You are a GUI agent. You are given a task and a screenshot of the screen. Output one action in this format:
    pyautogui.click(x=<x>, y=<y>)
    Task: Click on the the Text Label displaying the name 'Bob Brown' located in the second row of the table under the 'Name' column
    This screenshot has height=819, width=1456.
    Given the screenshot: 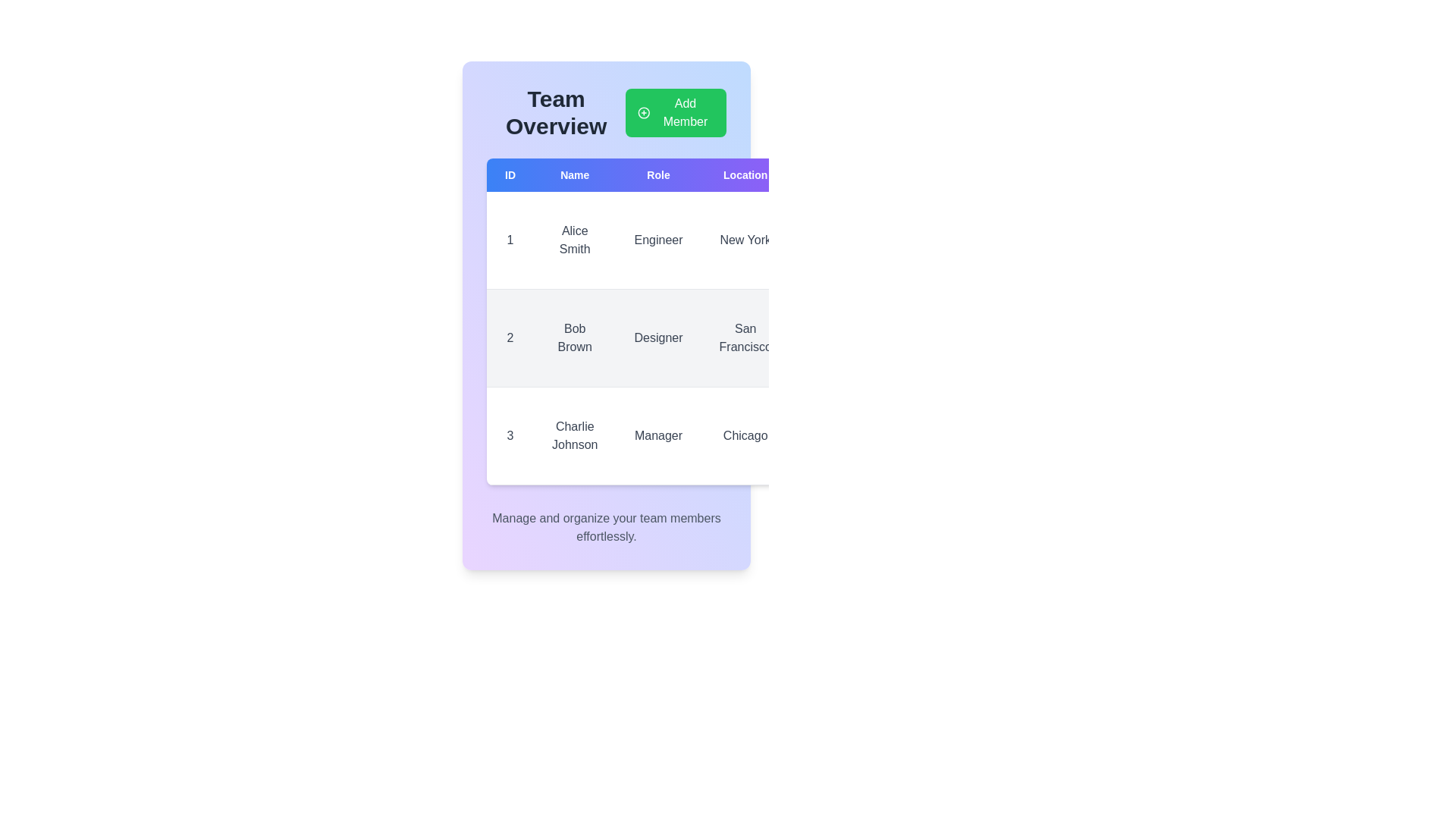 What is the action you would take?
    pyautogui.click(x=574, y=337)
    